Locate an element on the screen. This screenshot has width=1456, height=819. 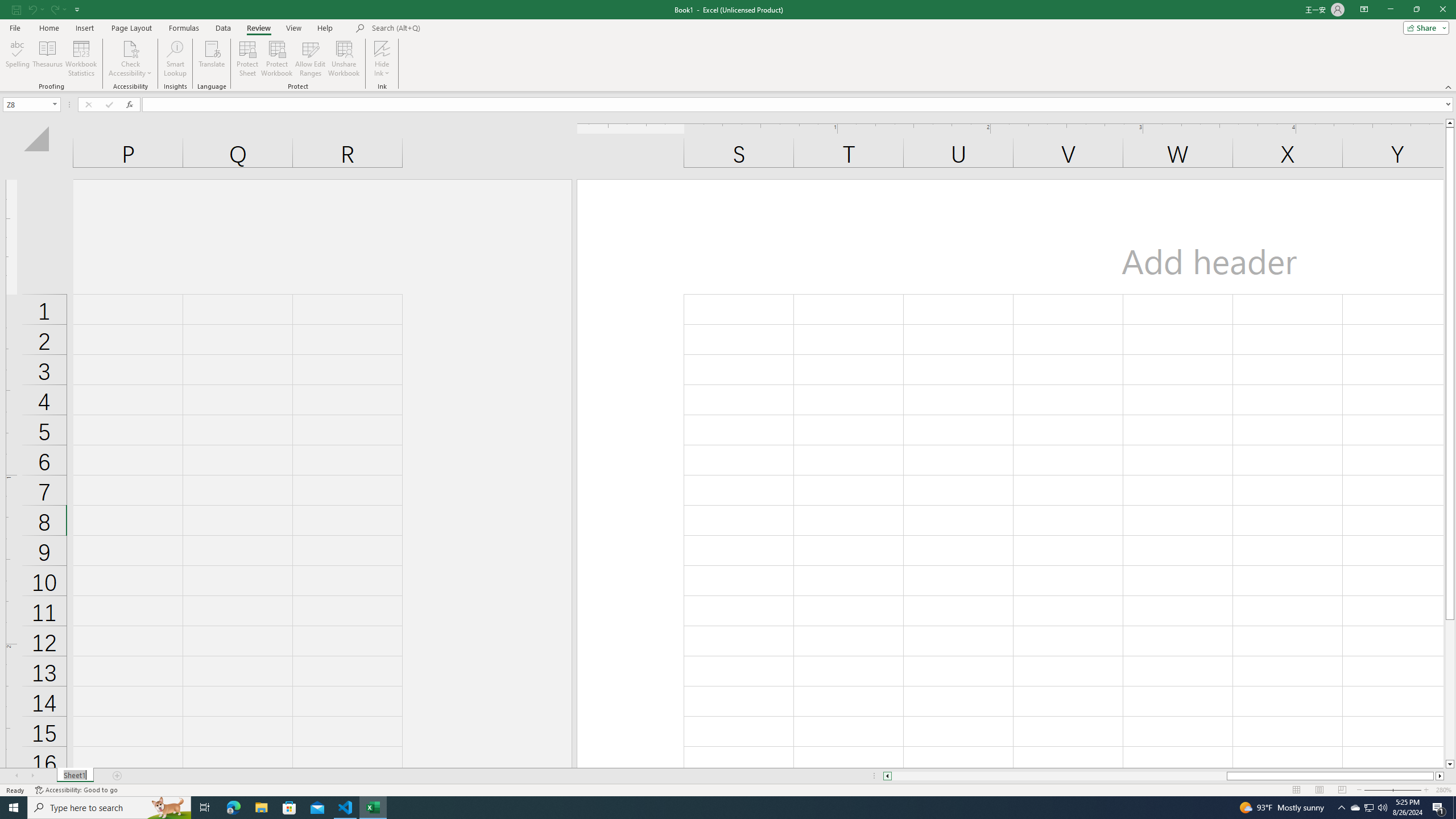
'Unshare Workbook' is located at coordinates (344, 59).